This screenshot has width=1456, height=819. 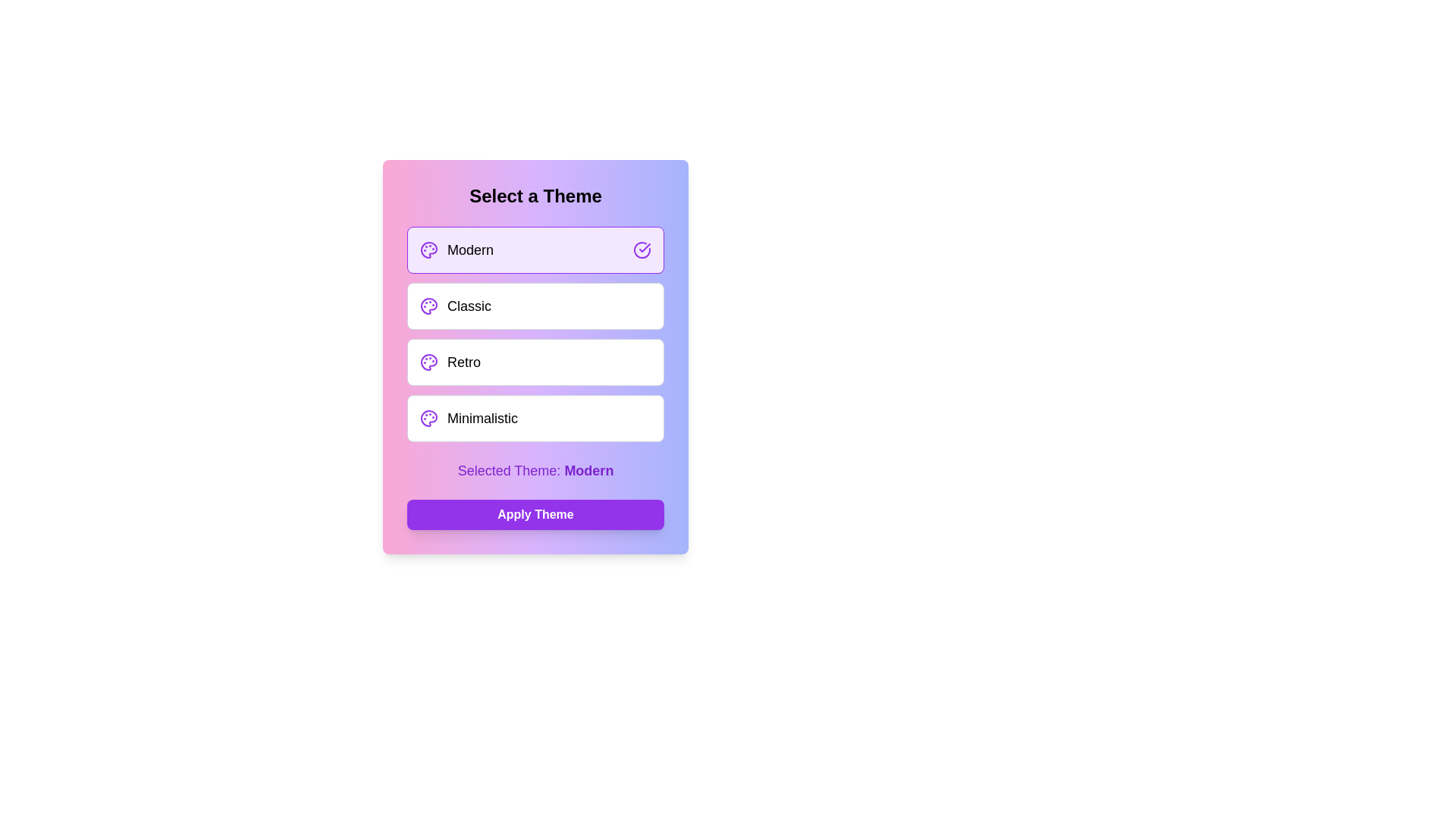 I want to click on the 'Retro' option, which is the third item in a vertically aligned list of themes, so click(x=450, y=362).